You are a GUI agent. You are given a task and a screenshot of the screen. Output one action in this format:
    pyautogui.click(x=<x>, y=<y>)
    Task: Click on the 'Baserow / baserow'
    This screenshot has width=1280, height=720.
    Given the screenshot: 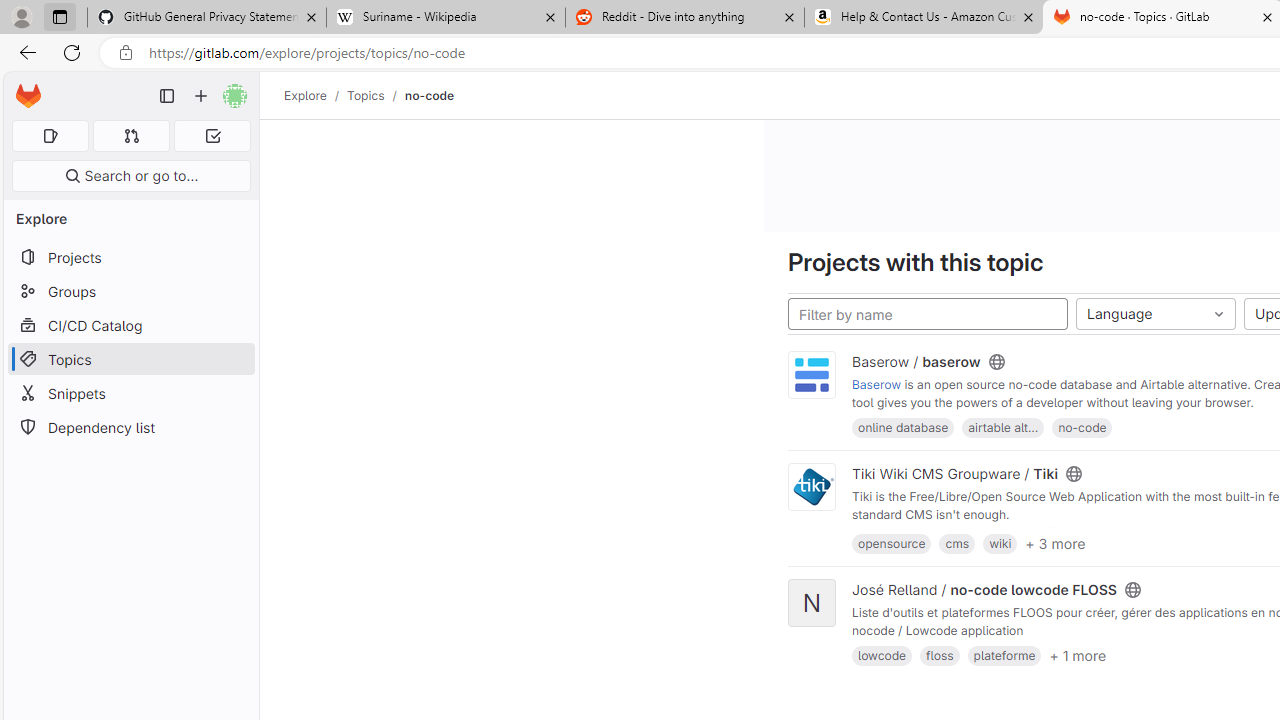 What is the action you would take?
    pyautogui.click(x=915, y=361)
    